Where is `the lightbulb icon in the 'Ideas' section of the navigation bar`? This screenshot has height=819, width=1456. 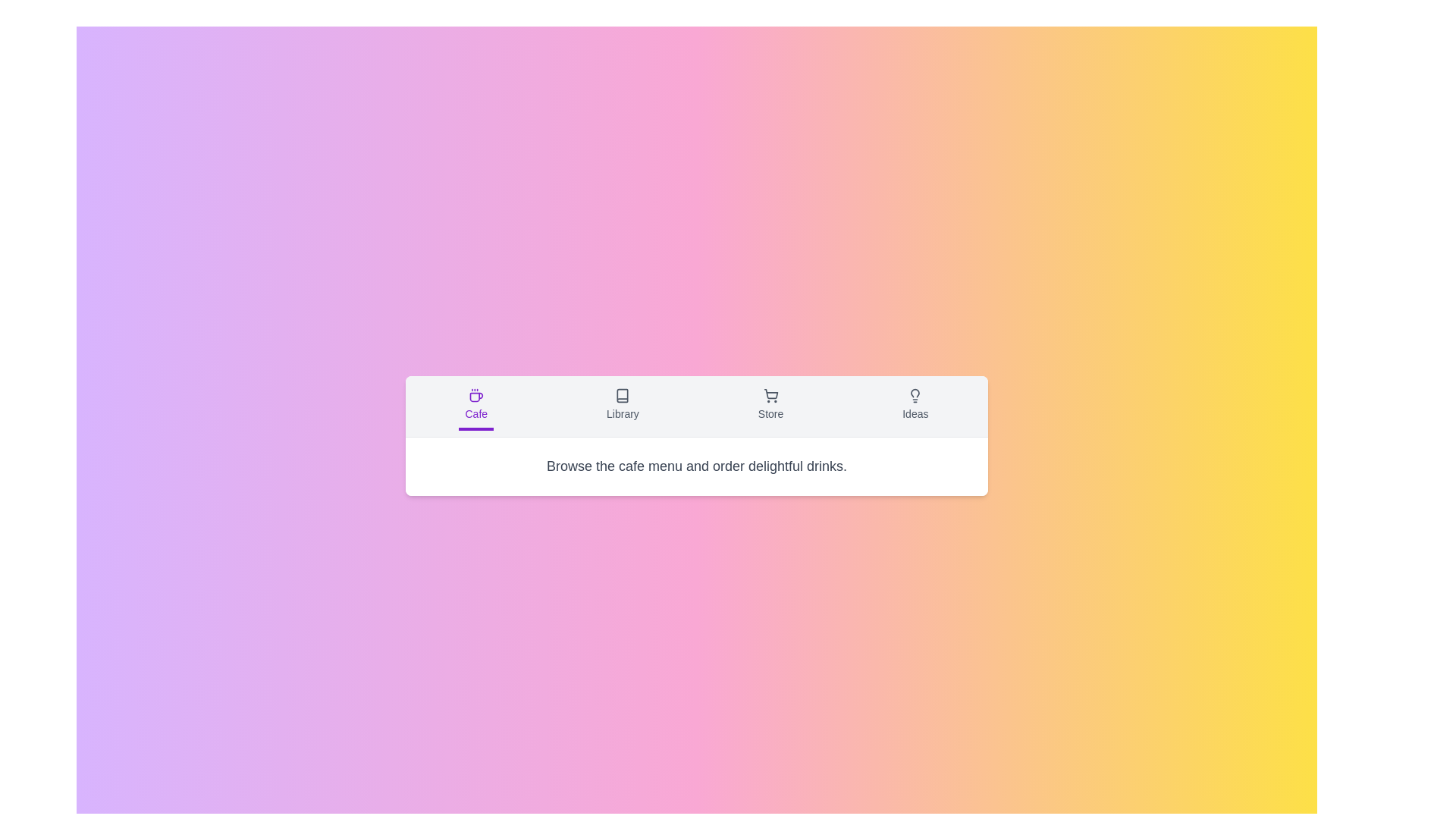
the lightbulb icon in the 'Ideas' section of the navigation bar is located at coordinates (915, 394).